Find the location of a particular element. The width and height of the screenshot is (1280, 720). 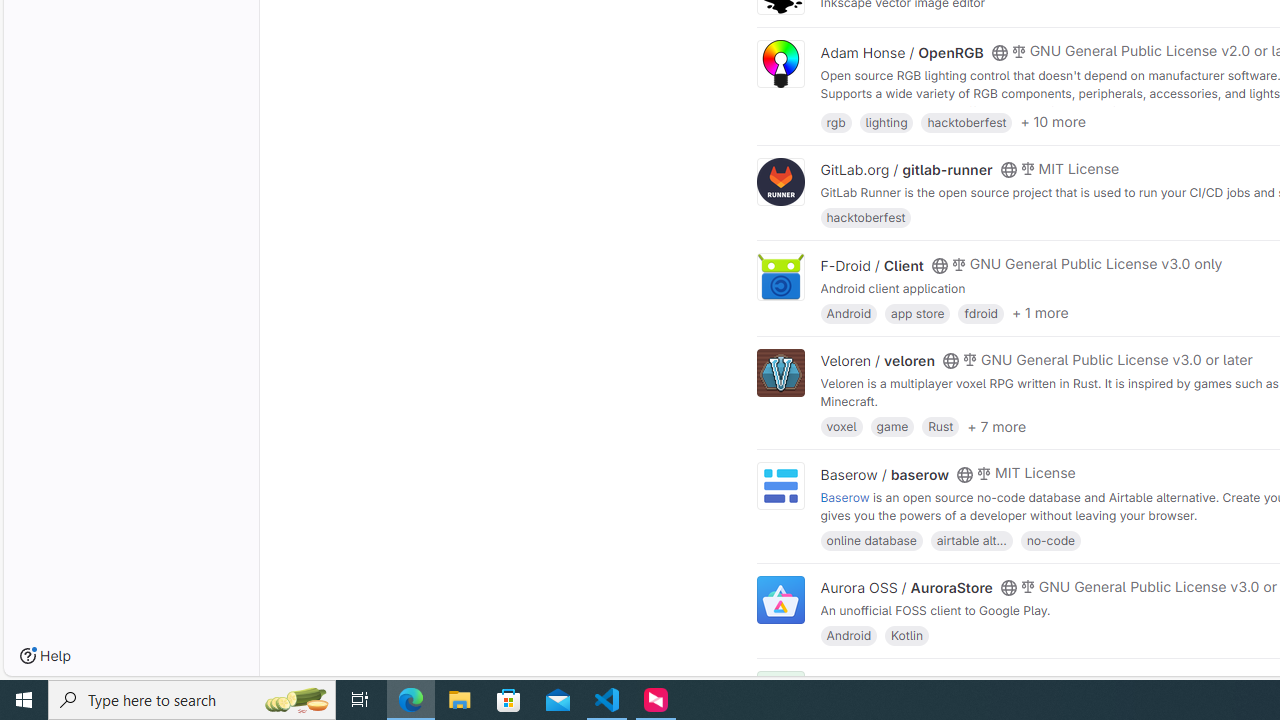

'Class: s14 gl-mr-2' is located at coordinates (1018, 680).